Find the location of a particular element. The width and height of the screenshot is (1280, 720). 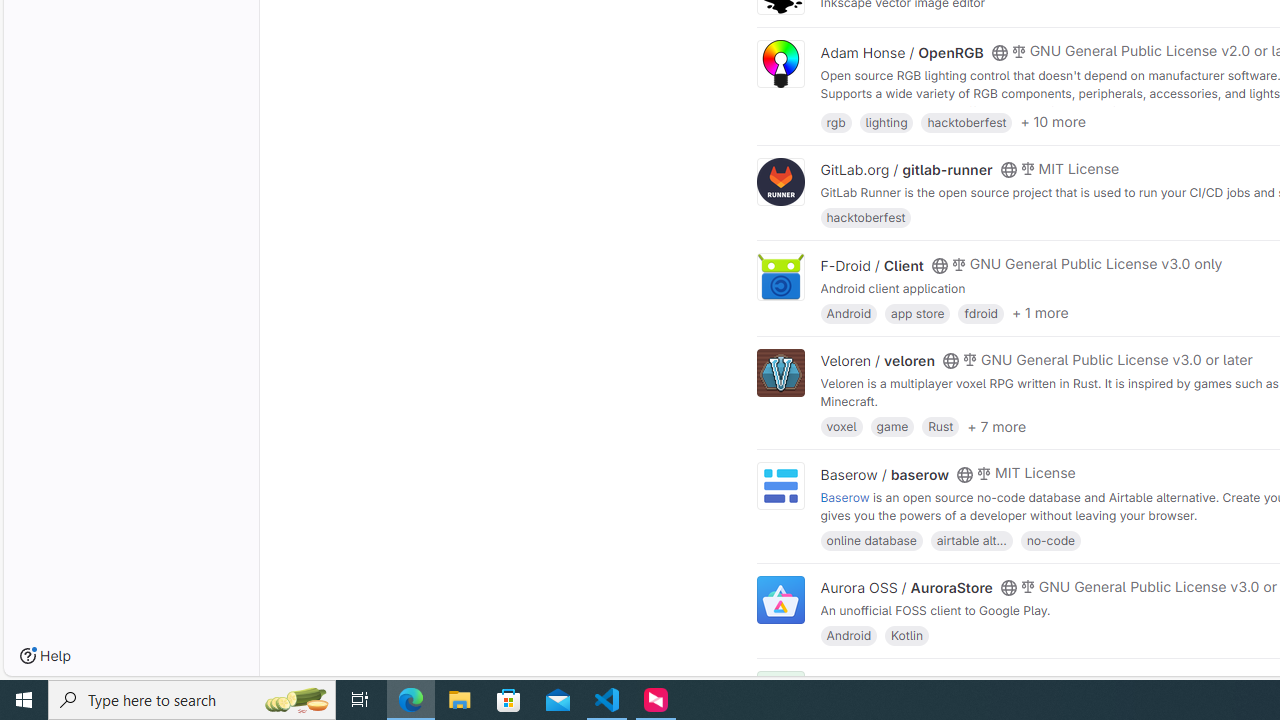

'Class: s14 gl-mr-2' is located at coordinates (1018, 680).